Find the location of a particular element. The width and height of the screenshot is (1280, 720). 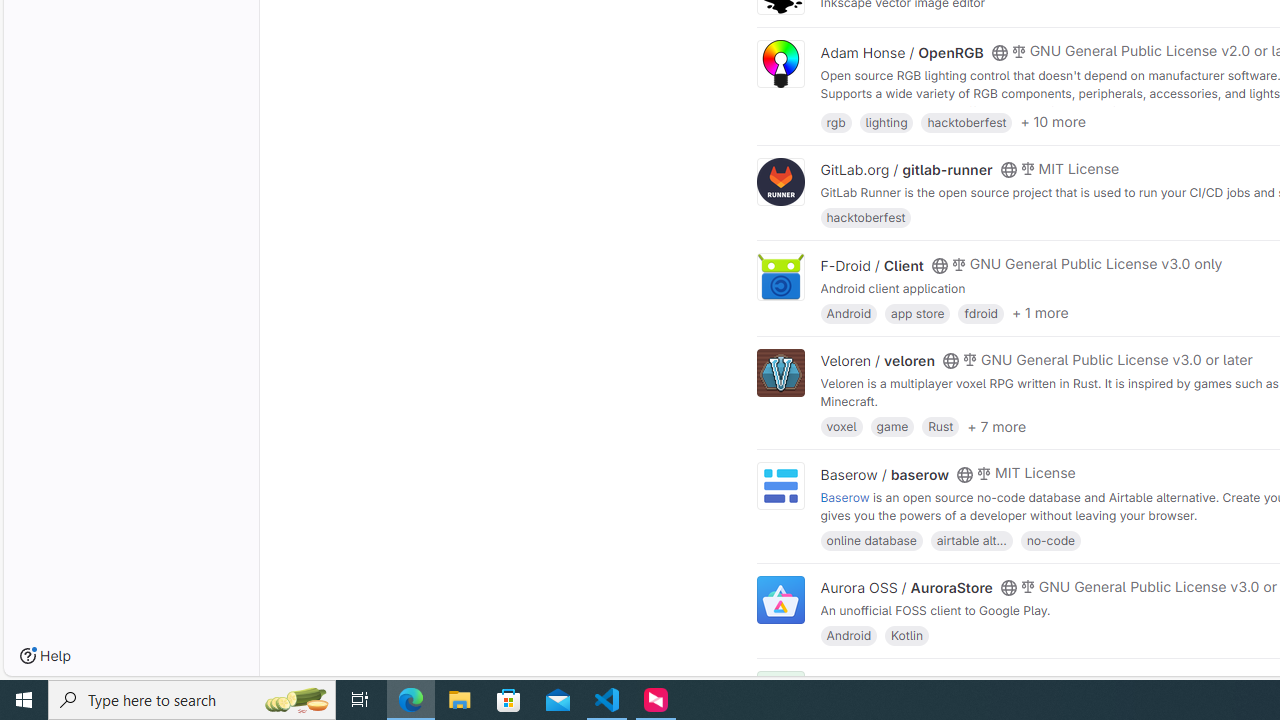

'Class: s14 gl-mr-2' is located at coordinates (1018, 680).